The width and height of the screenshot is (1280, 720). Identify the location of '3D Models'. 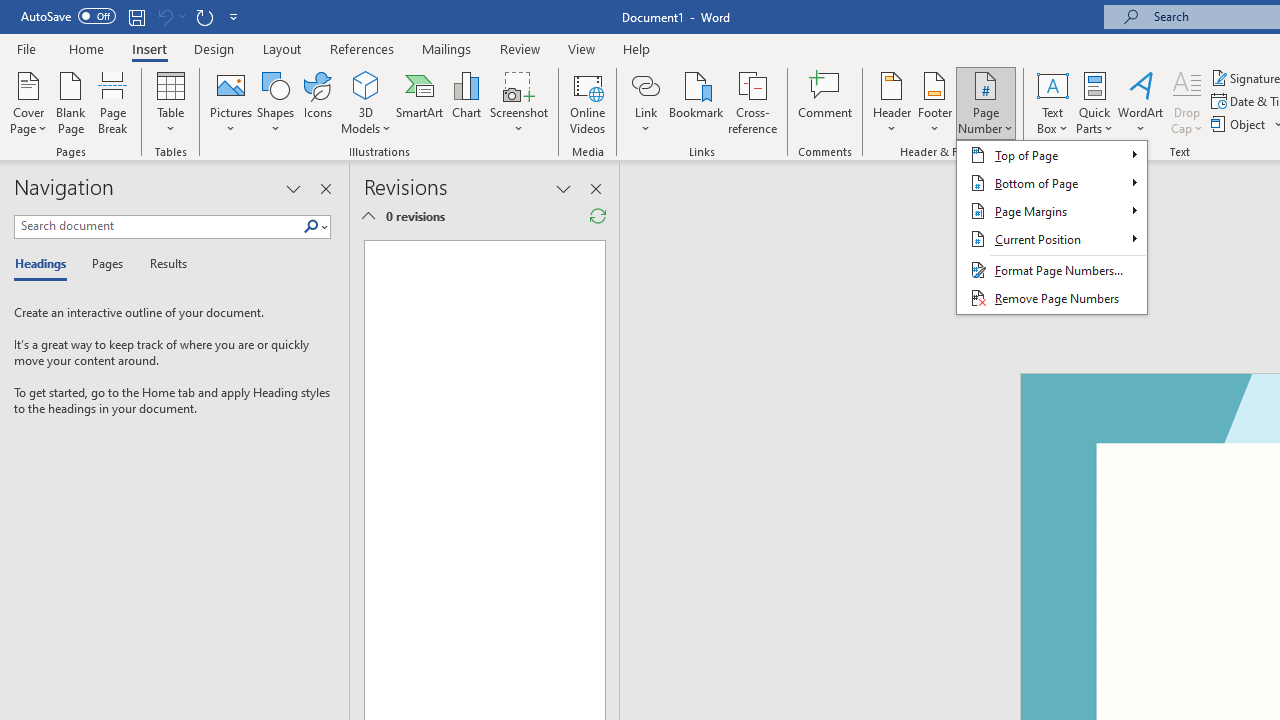
(366, 84).